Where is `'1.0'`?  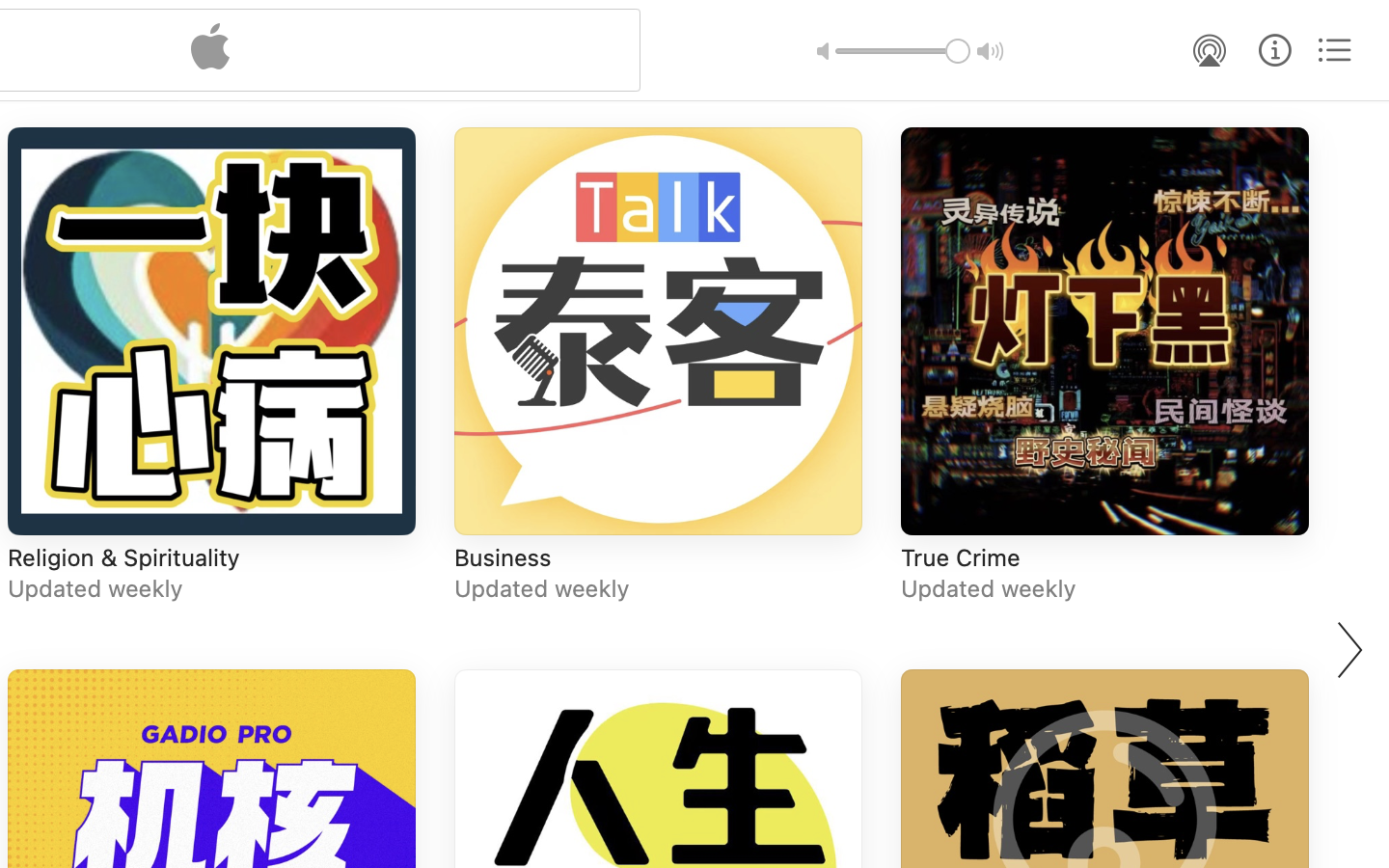 '1.0' is located at coordinates (903, 50).